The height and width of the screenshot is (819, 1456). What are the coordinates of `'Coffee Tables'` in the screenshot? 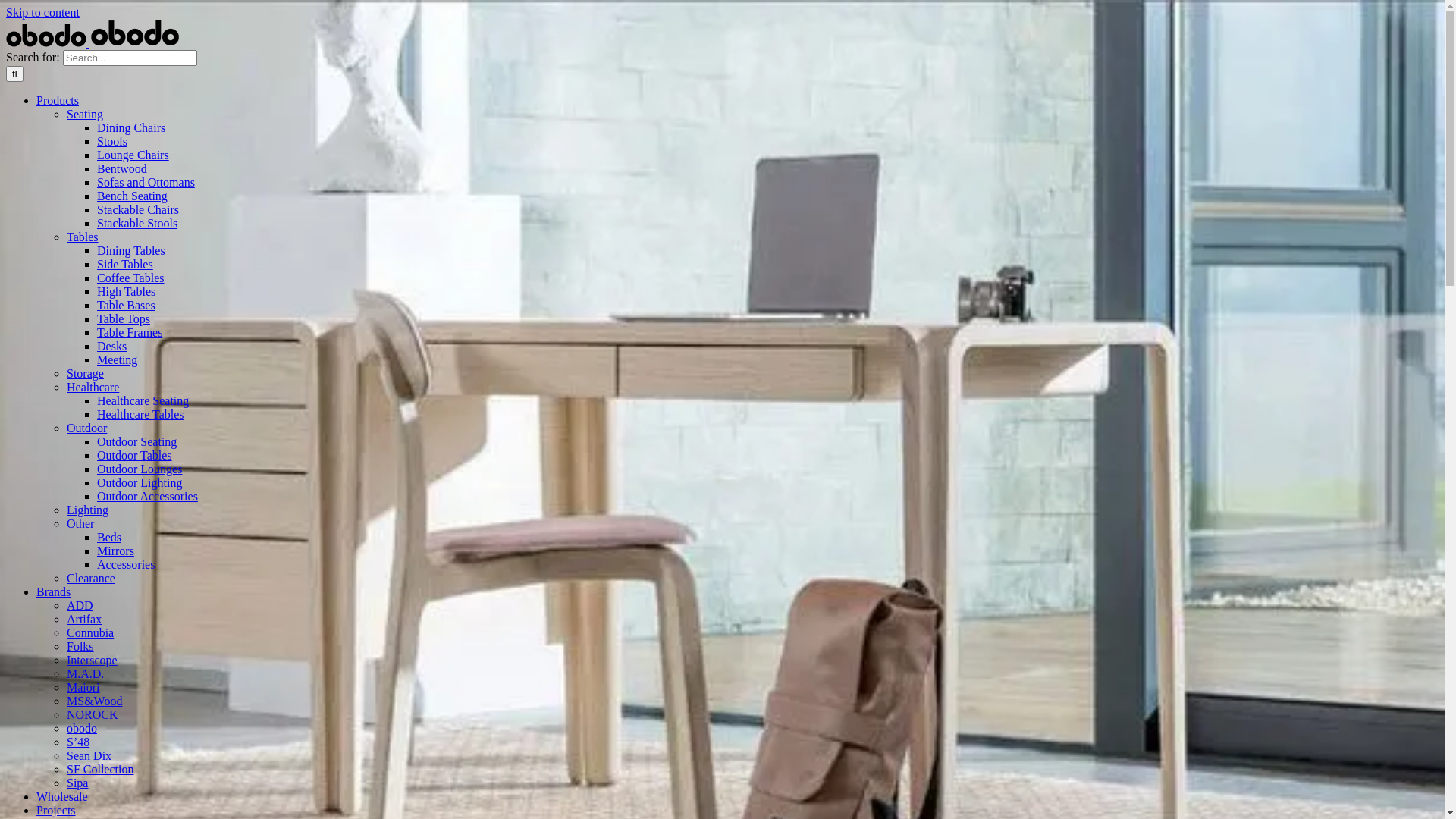 It's located at (130, 278).